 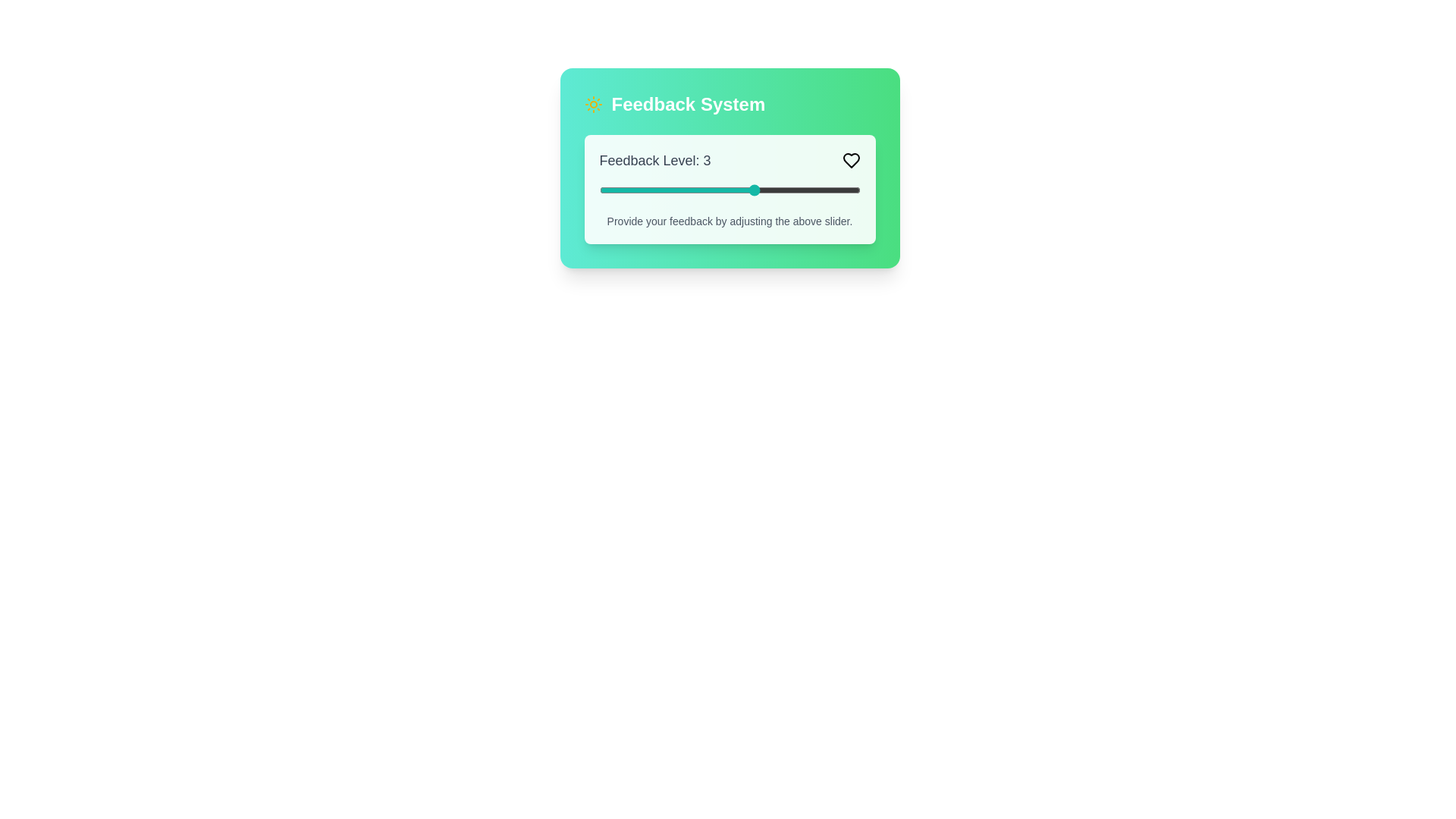 What do you see at coordinates (807, 189) in the screenshot?
I see `the feedback slider to set the feedback level to 4` at bounding box center [807, 189].